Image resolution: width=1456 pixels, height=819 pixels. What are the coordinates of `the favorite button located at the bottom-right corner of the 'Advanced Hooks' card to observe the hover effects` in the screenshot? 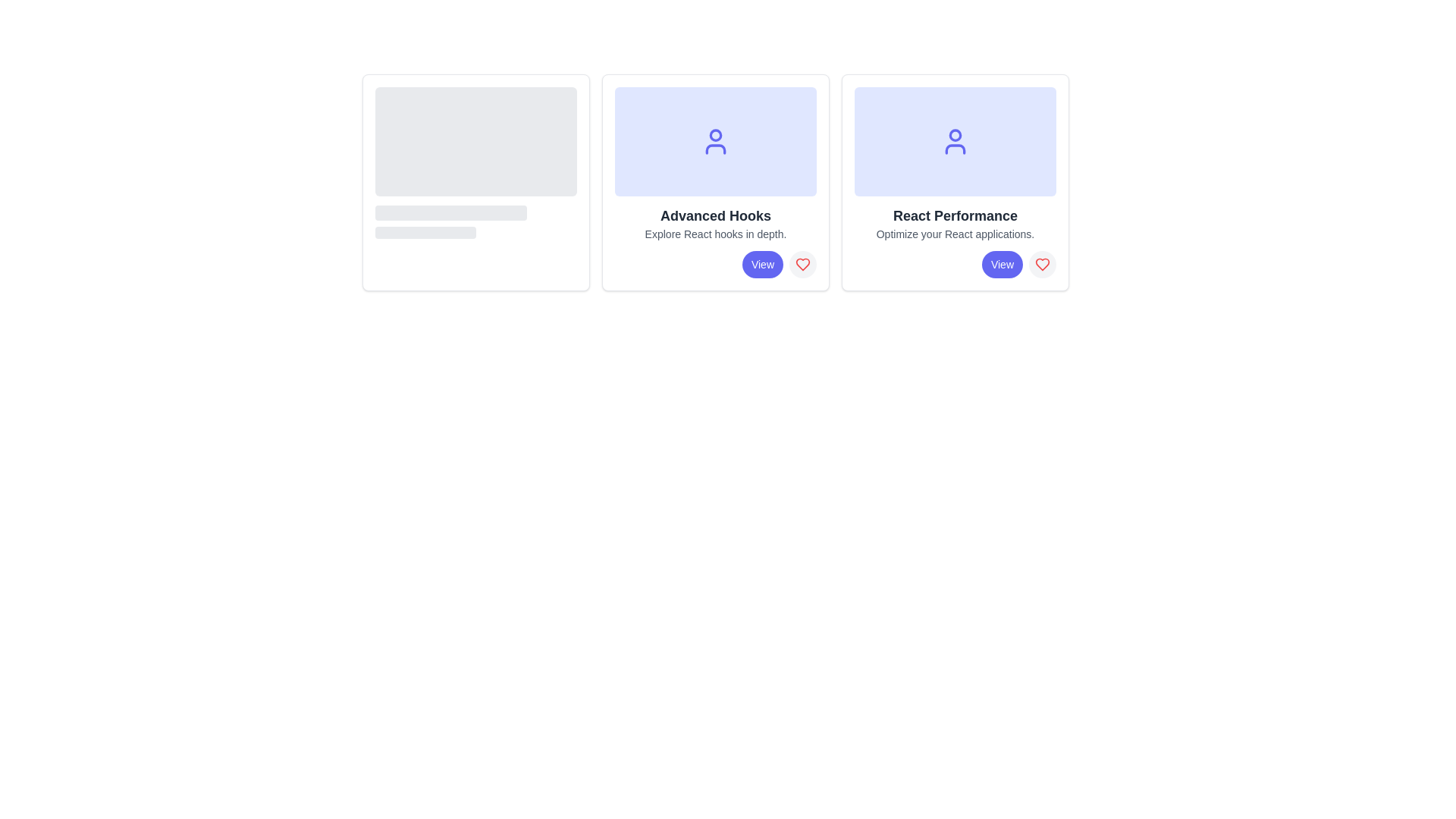 It's located at (802, 263).